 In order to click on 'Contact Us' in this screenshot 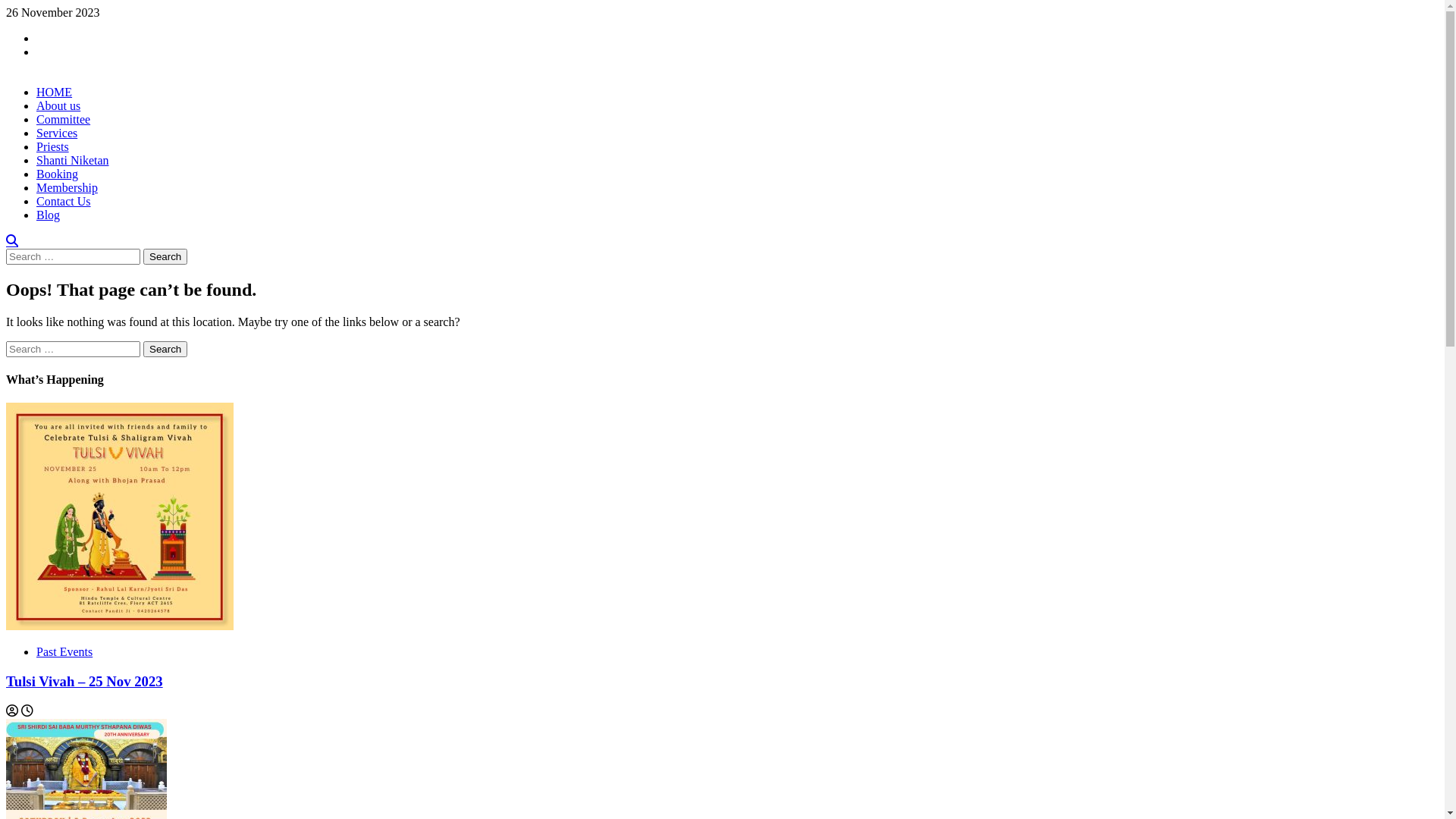, I will do `click(62, 200)`.